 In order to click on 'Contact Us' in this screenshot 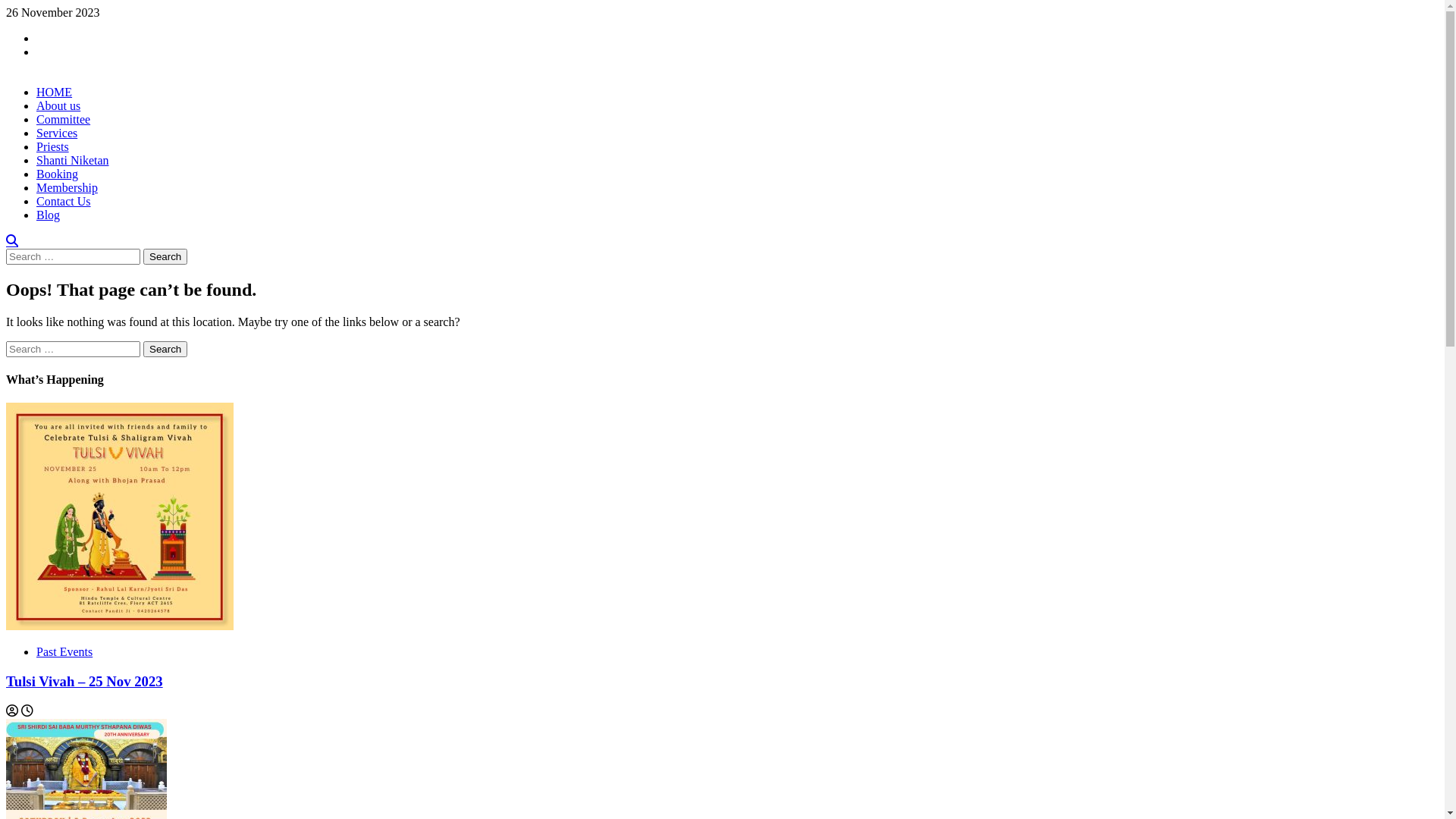, I will do `click(62, 200)`.